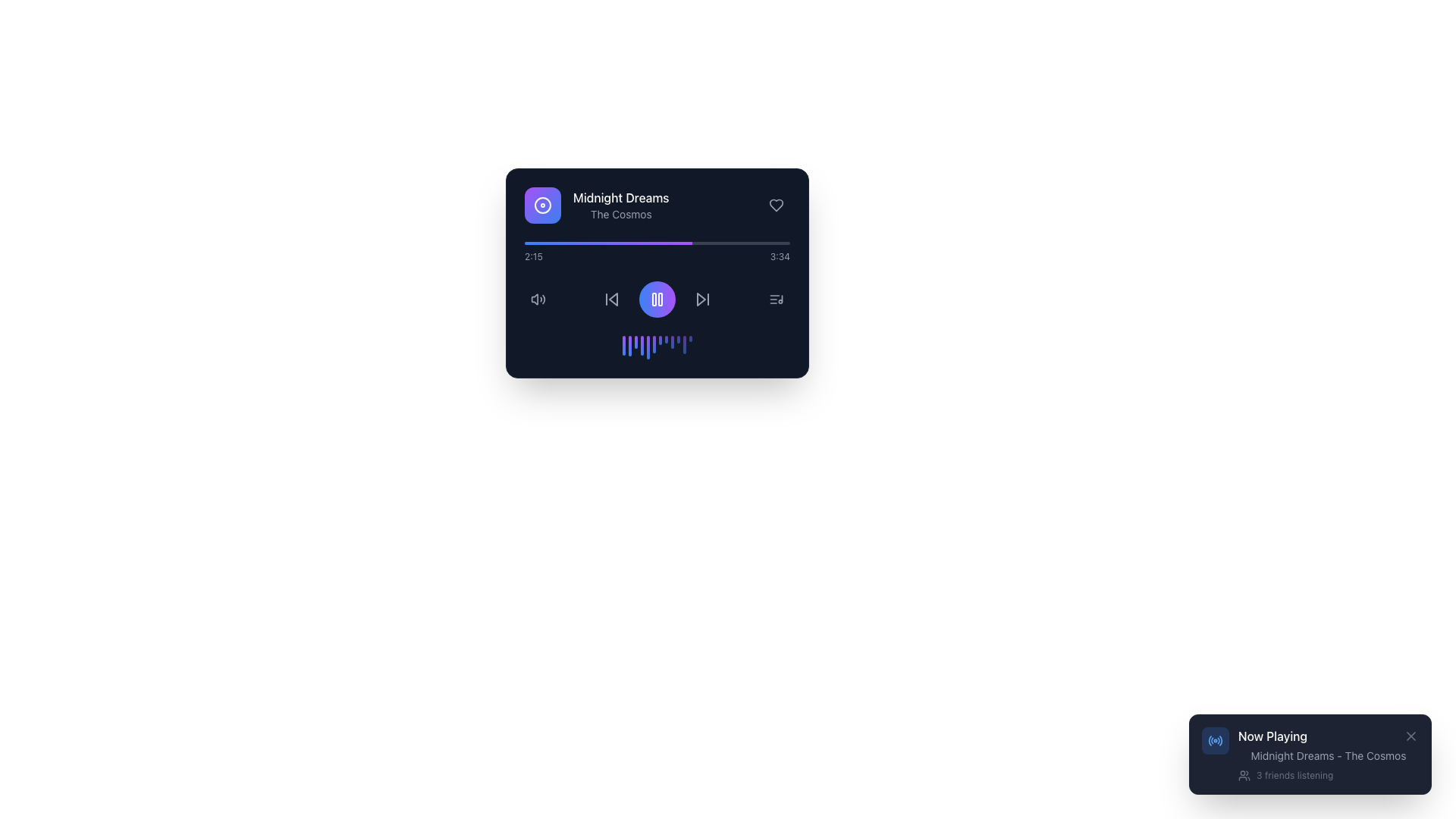 The height and width of the screenshot is (819, 1456). What do you see at coordinates (1328, 775) in the screenshot?
I see `the informational label indicating the number of friends (3) listening to music, located at the bottom of the notification-style panel` at bounding box center [1328, 775].